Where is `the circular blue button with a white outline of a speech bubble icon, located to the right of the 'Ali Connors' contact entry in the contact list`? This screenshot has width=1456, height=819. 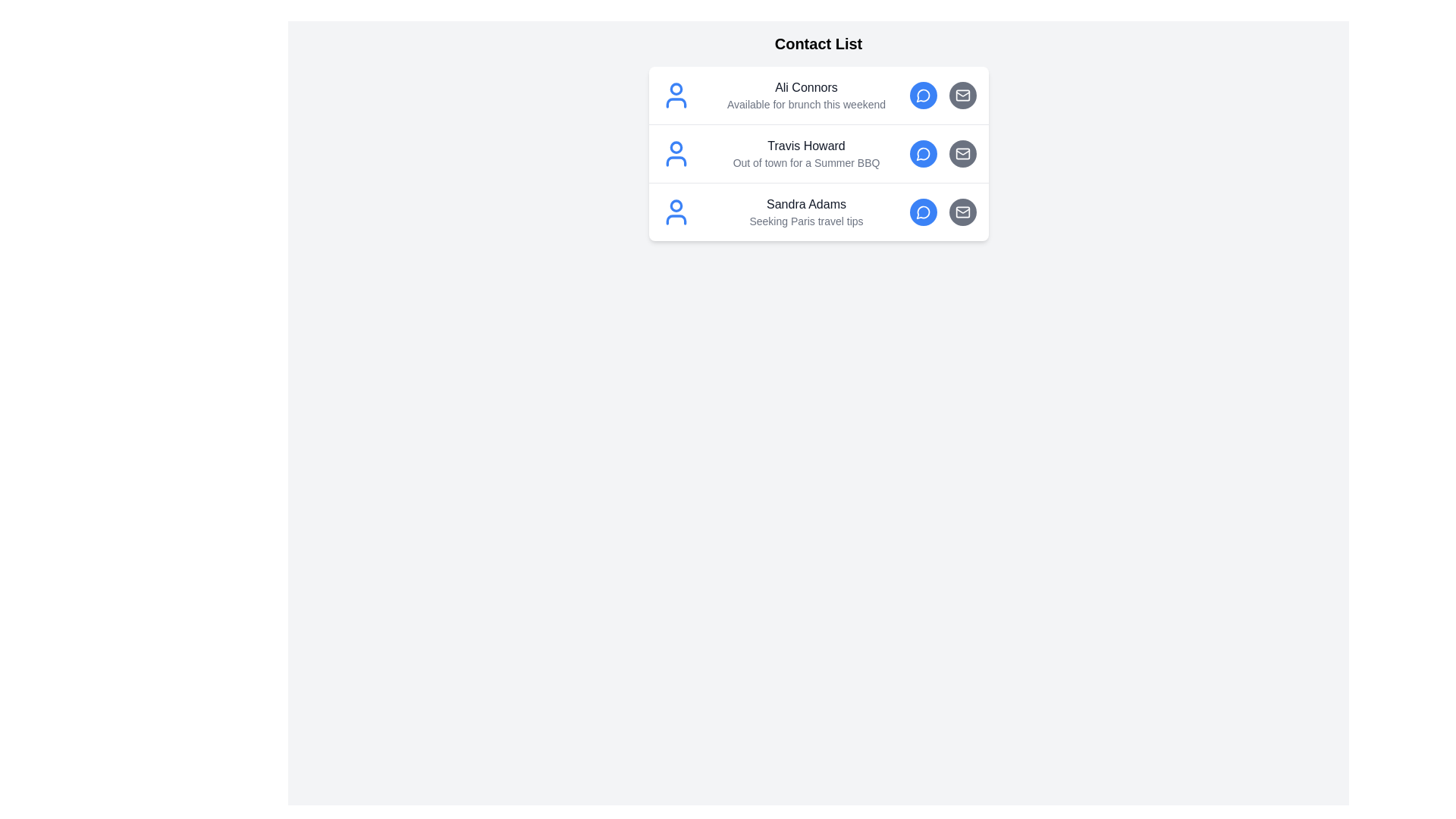
the circular blue button with a white outline of a speech bubble icon, located to the right of the 'Ali Connors' contact entry in the contact list is located at coordinates (922, 96).